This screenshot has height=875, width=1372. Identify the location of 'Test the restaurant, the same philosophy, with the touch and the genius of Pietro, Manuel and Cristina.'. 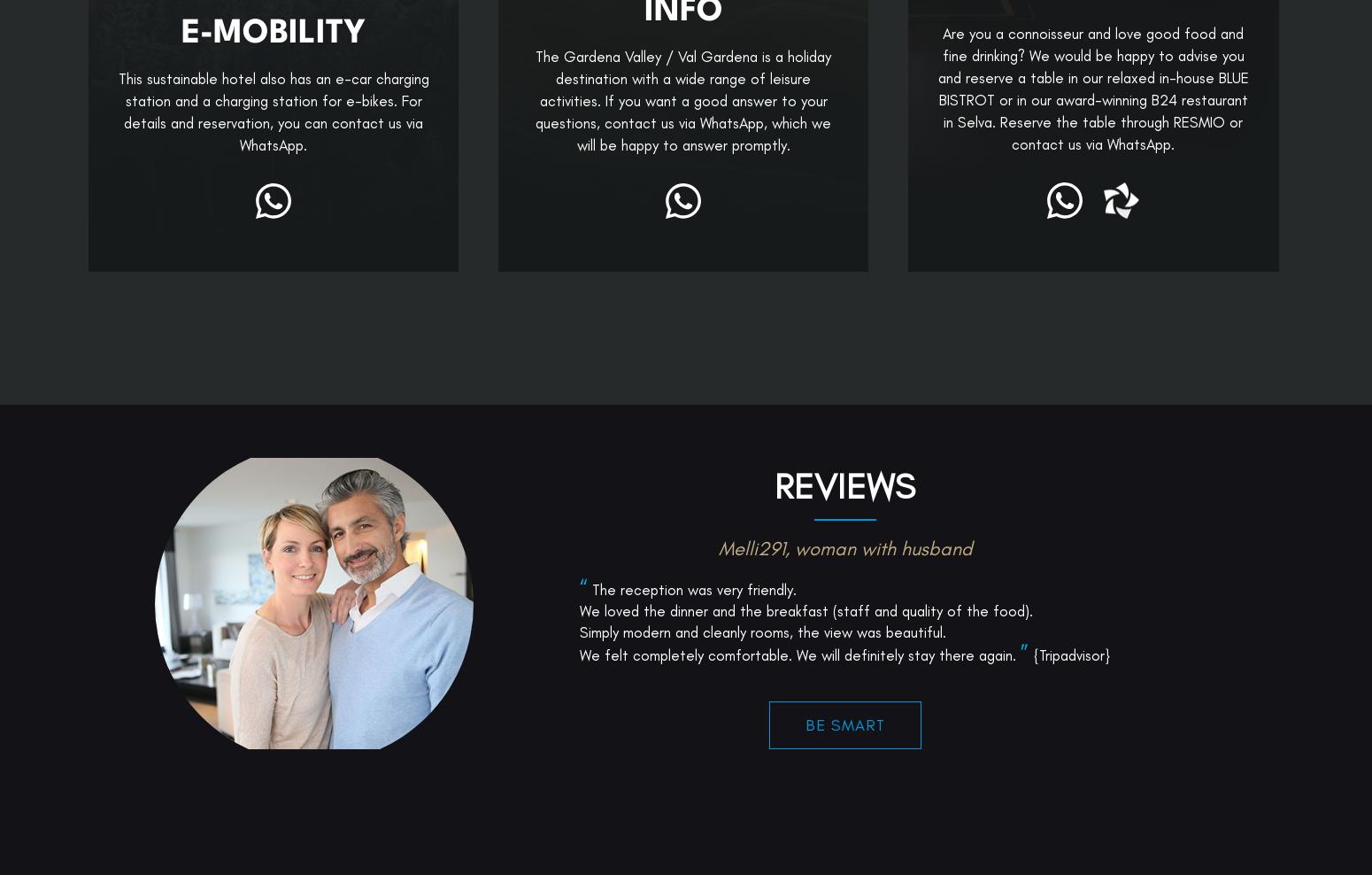
(844, 749).